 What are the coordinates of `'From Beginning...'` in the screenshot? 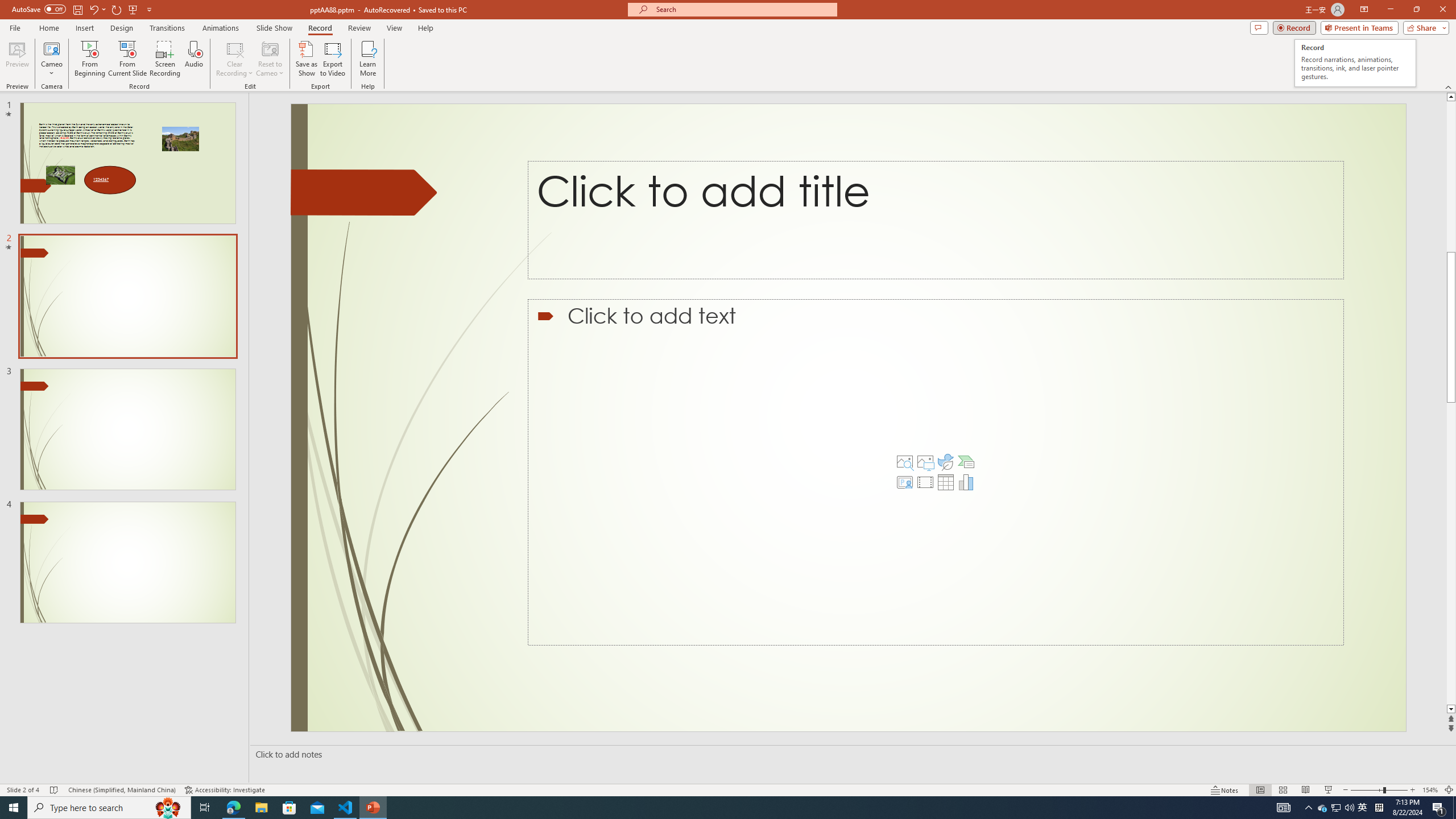 It's located at (89, 59).